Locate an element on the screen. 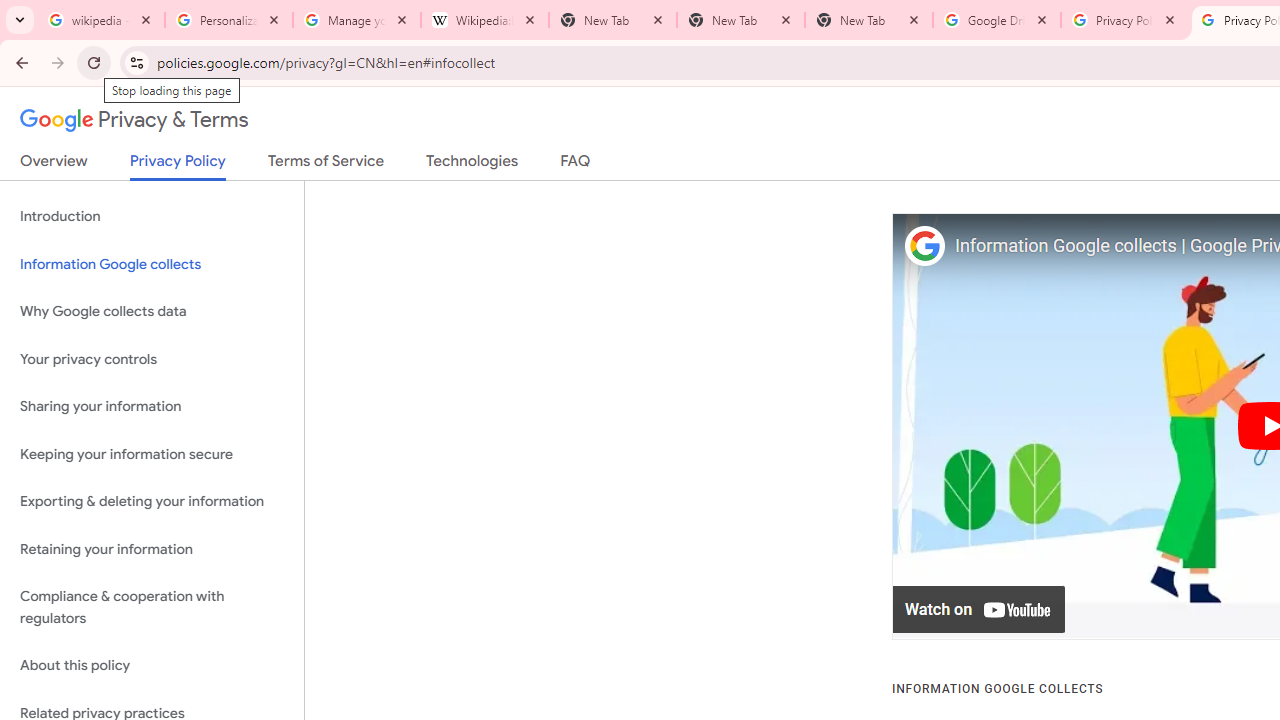 This screenshot has width=1280, height=720. 'Compliance & cooperation with regulators' is located at coordinates (151, 607).